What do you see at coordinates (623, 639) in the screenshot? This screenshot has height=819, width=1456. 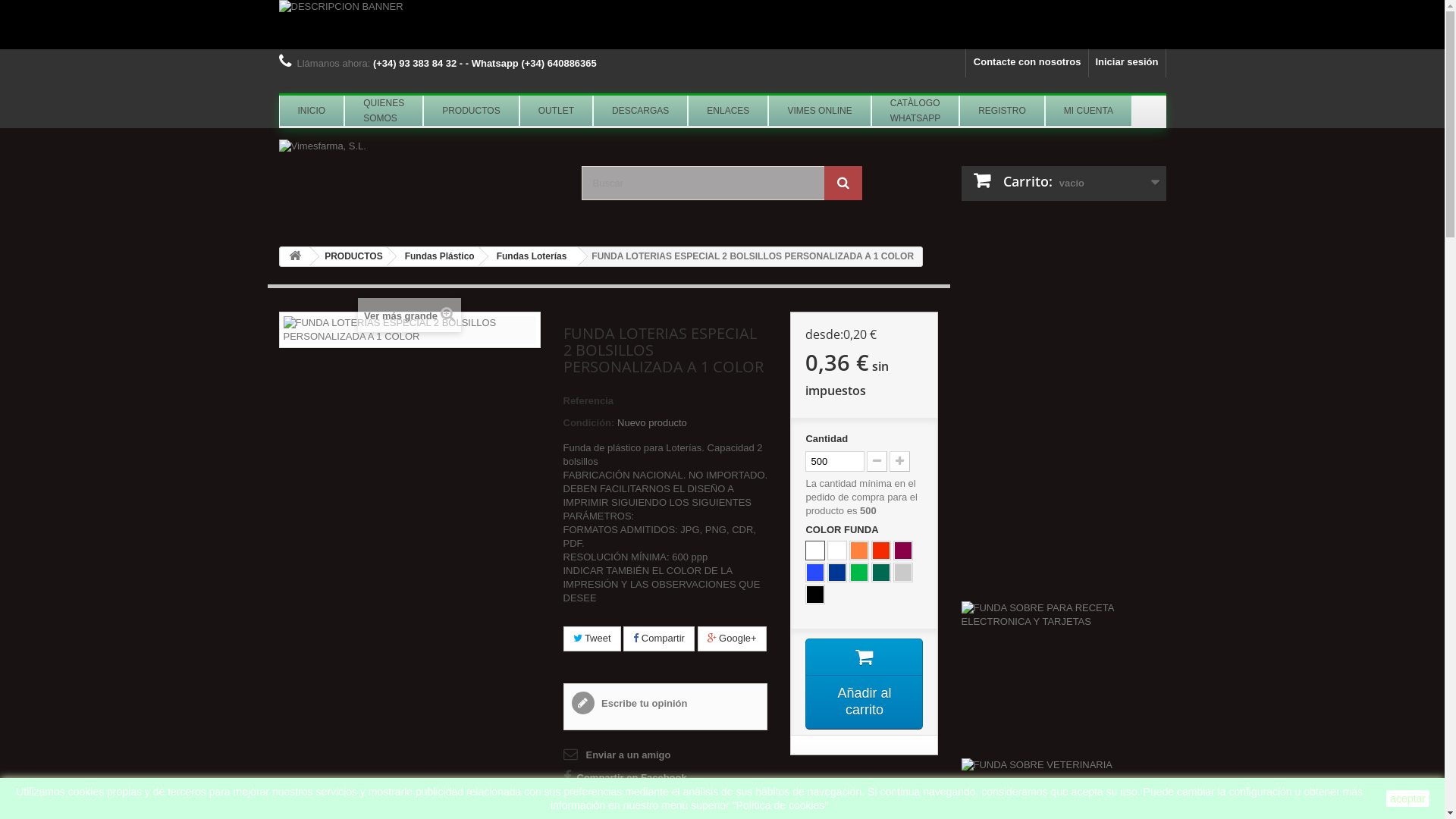 I see `'Compartir'` at bounding box center [623, 639].